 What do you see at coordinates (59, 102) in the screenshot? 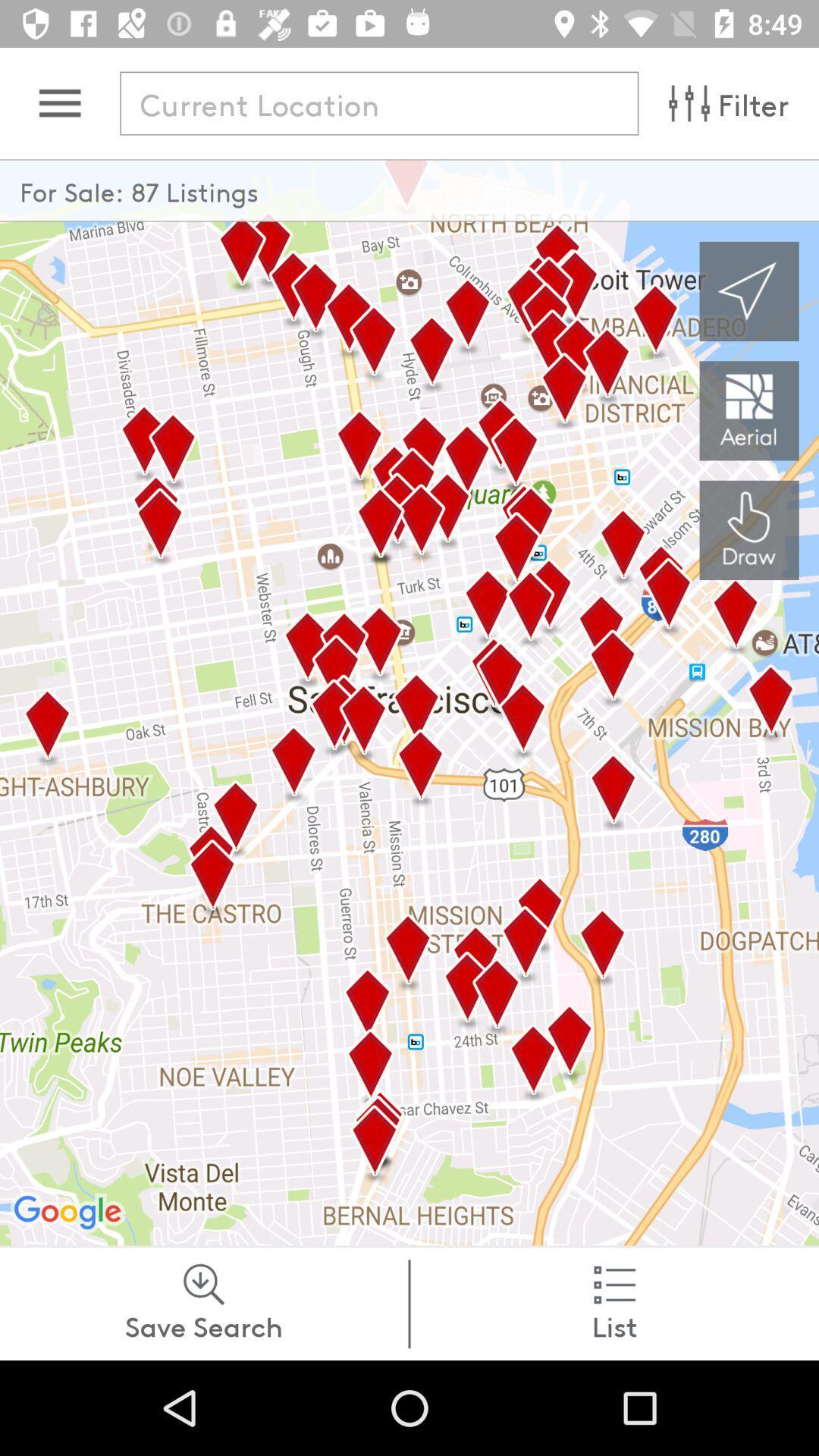
I see `your options to use` at bounding box center [59, 102].